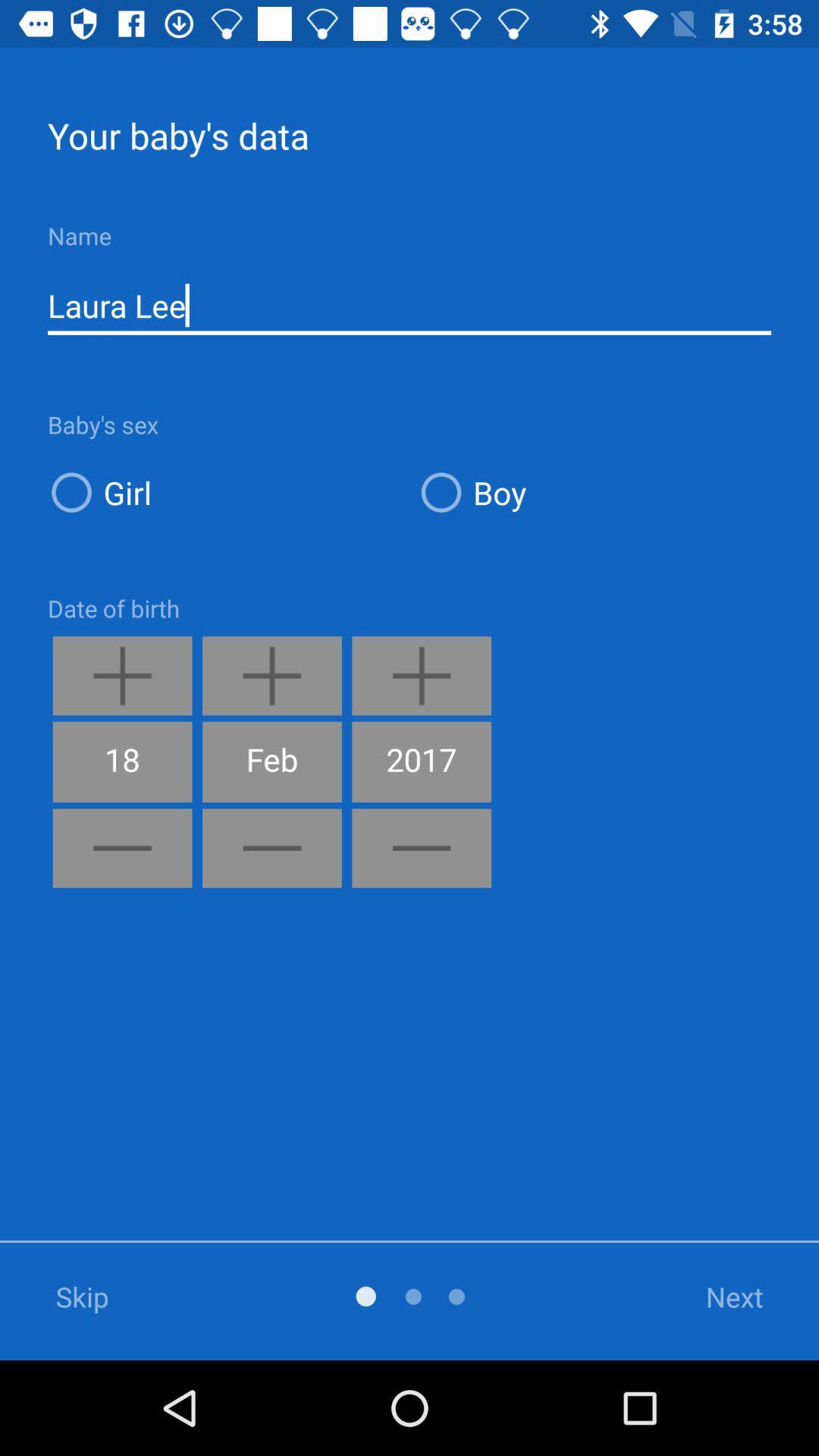 Image resolution: width=819 pixels, height=1456 pixels. Describe the element at coordinates (121, 761) in the screenshot. I see `the 18 icon` at that location.